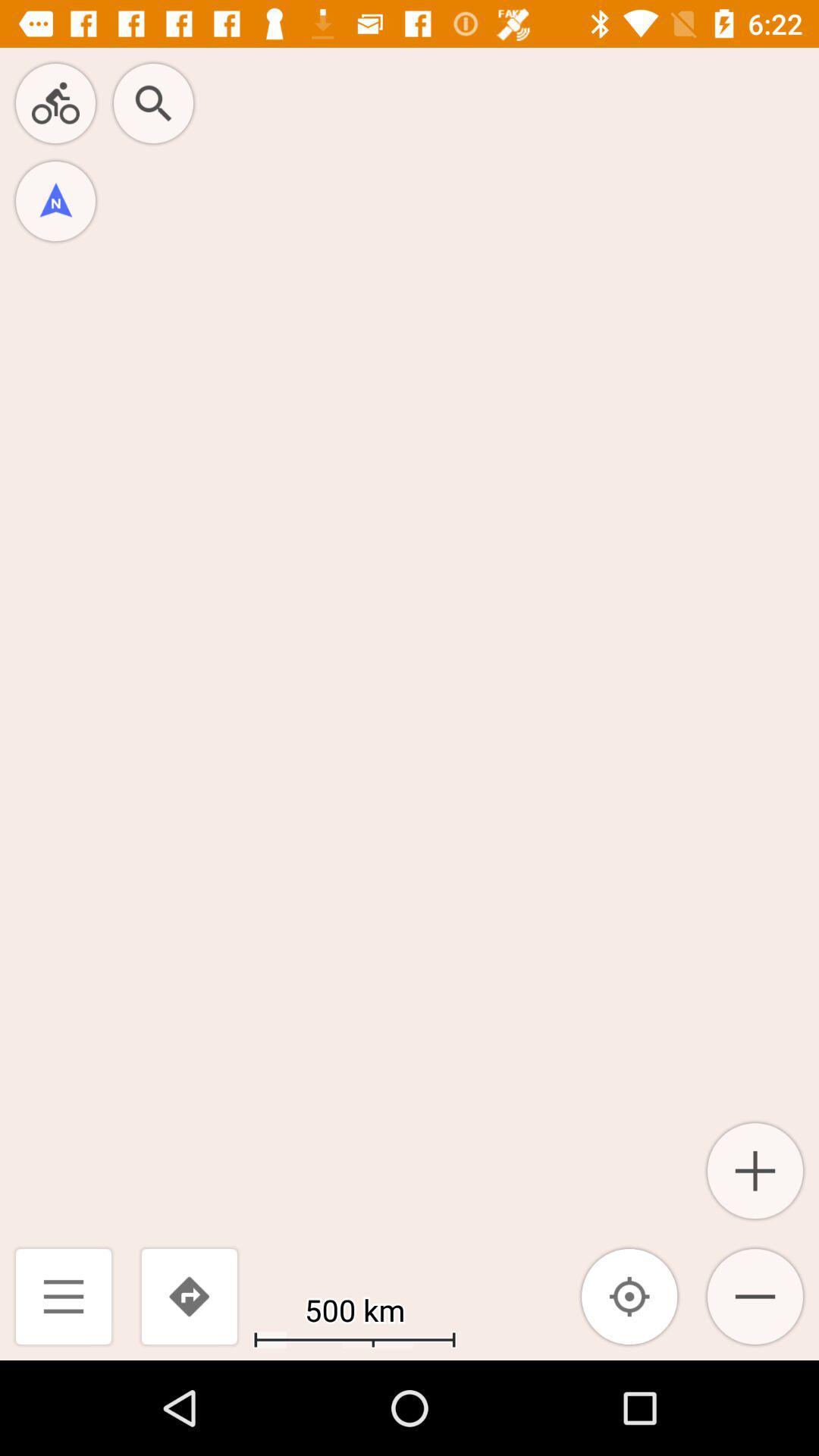 The width and height of the screenshot is (819, 1456). I want to click on the location_crosshair icon, so click(629, 1295).